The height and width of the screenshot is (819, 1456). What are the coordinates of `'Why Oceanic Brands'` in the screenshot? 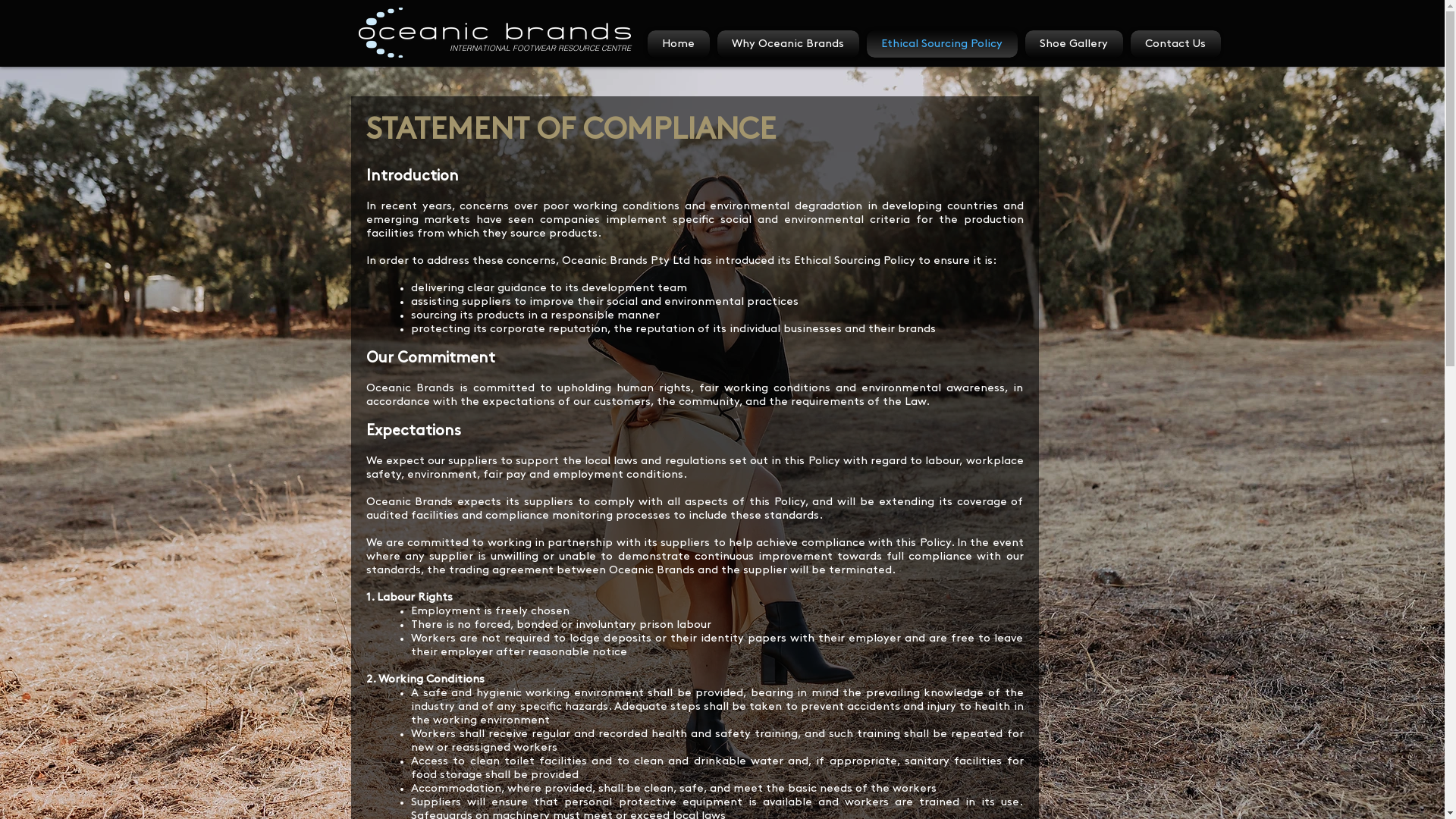 It's located at (787, 42).